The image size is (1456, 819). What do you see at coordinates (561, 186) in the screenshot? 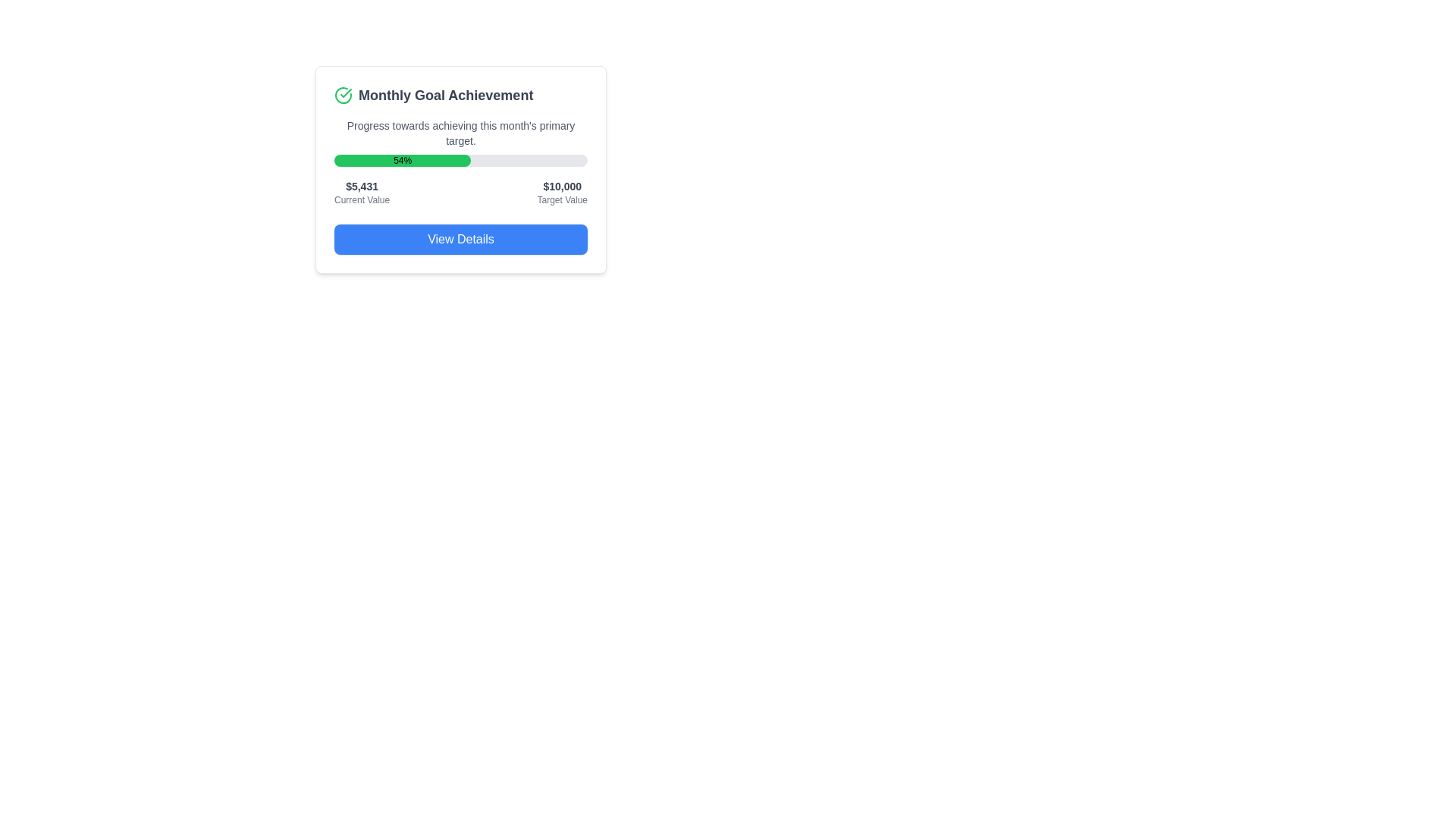
I see `the text label displaying the target financial value in the progress tracking interface, which is positioned above the 'Target Value' label` at bounding box center [561, 186].